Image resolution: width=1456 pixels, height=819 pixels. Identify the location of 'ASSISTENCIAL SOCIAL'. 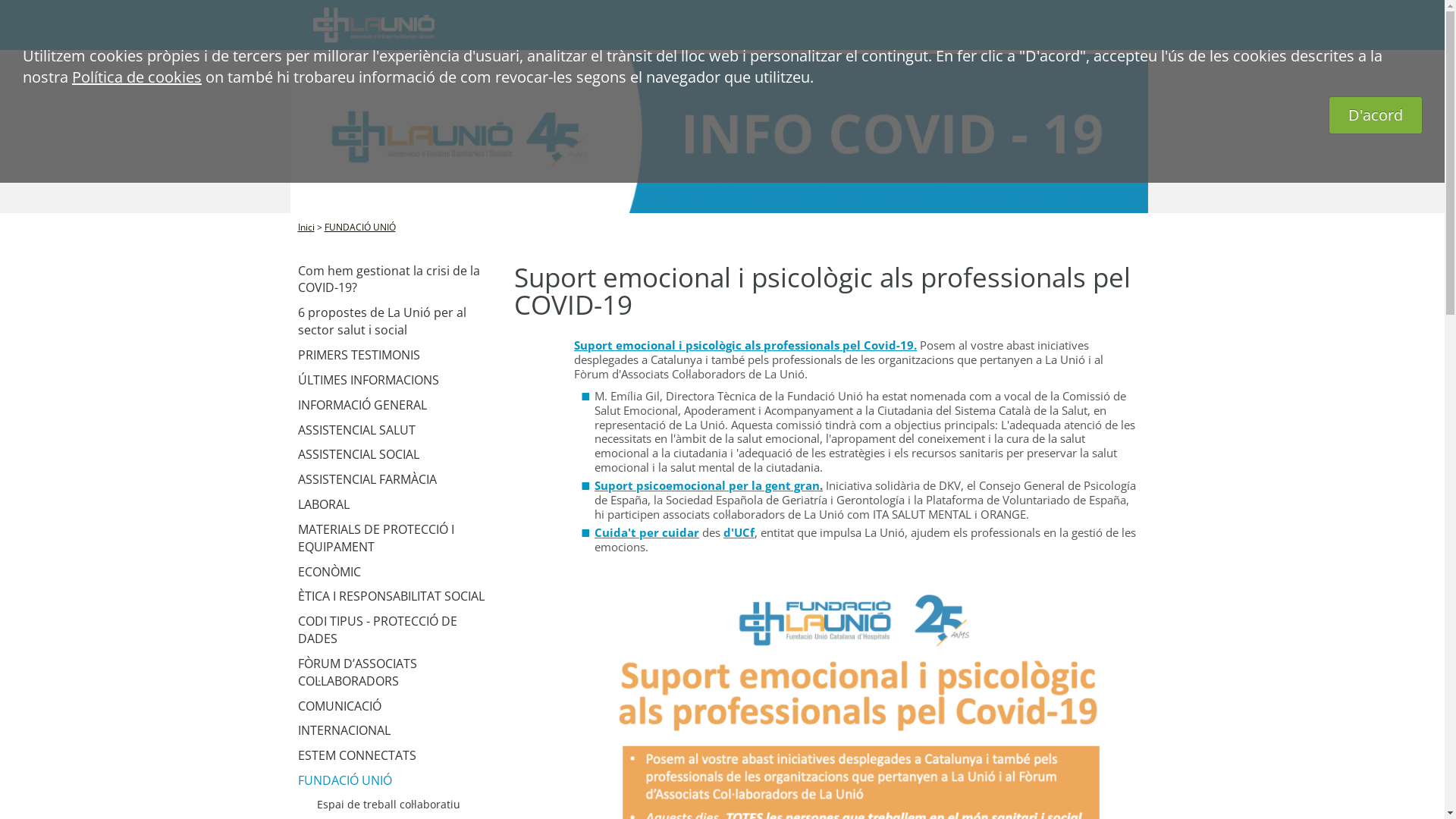
(397, 453).